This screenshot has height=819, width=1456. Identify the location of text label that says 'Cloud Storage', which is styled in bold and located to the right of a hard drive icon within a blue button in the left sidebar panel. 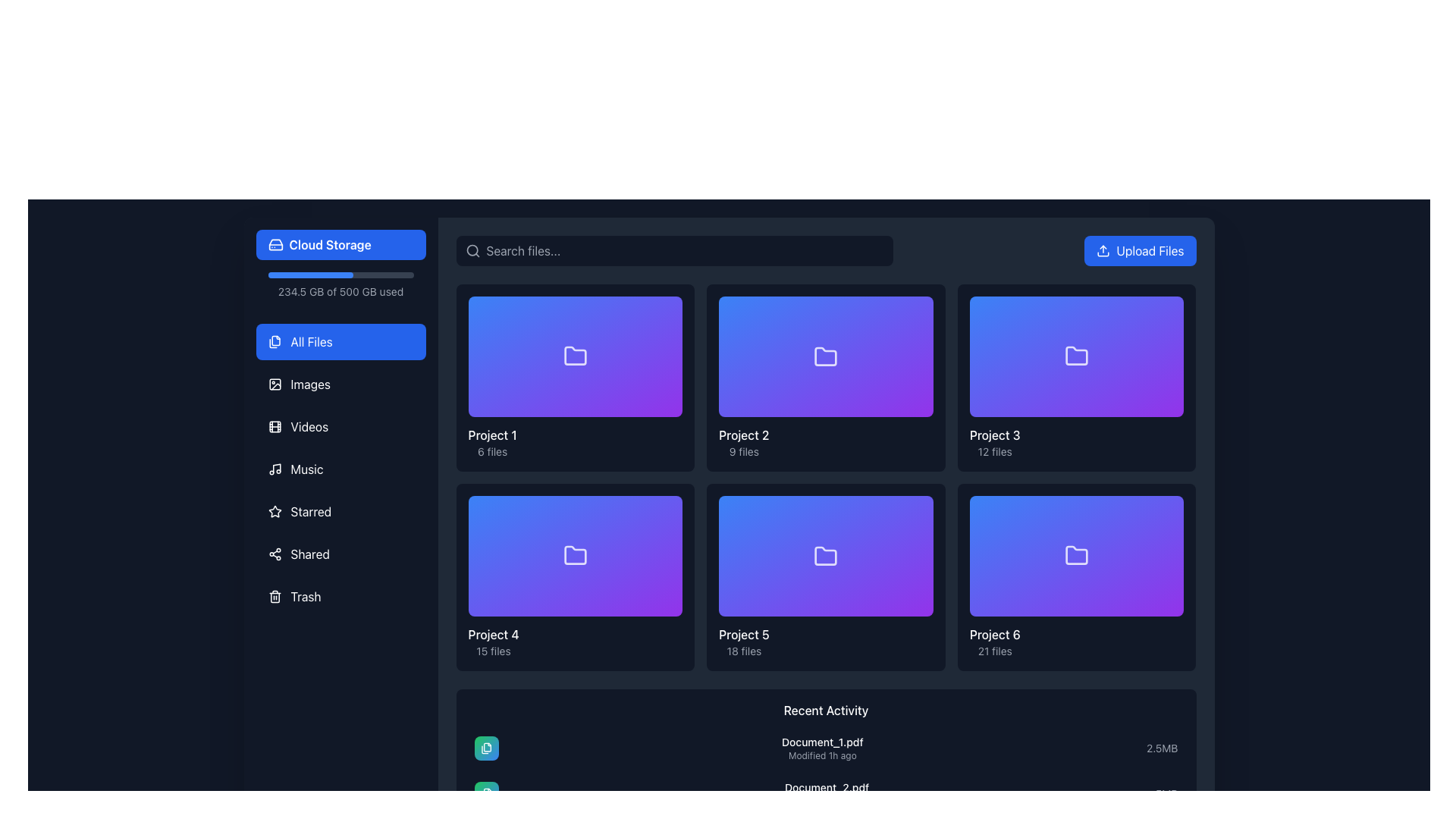
(329, 244).